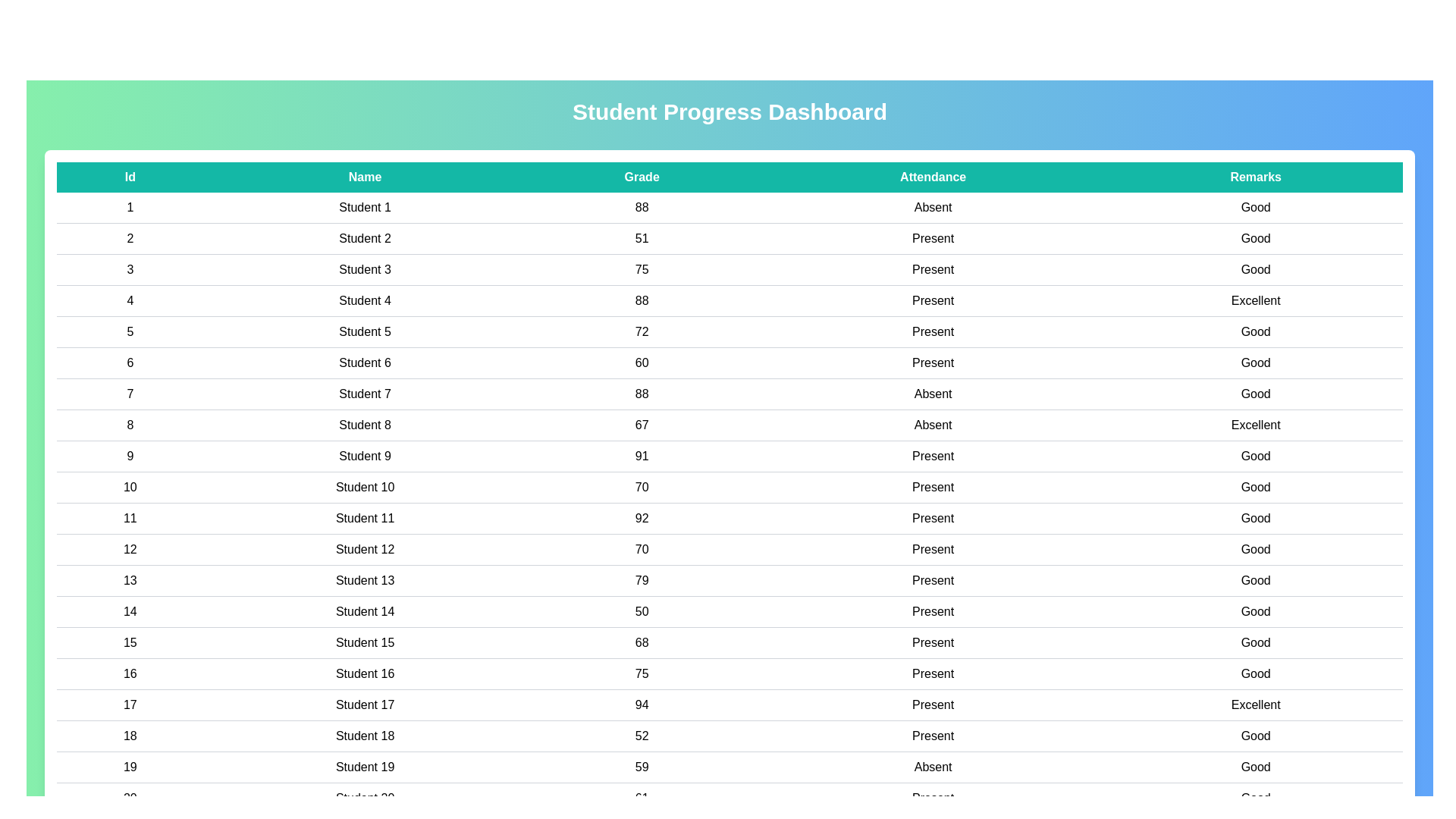  I want to click on the column header Name to sort the table by that column, so click(365, 177).